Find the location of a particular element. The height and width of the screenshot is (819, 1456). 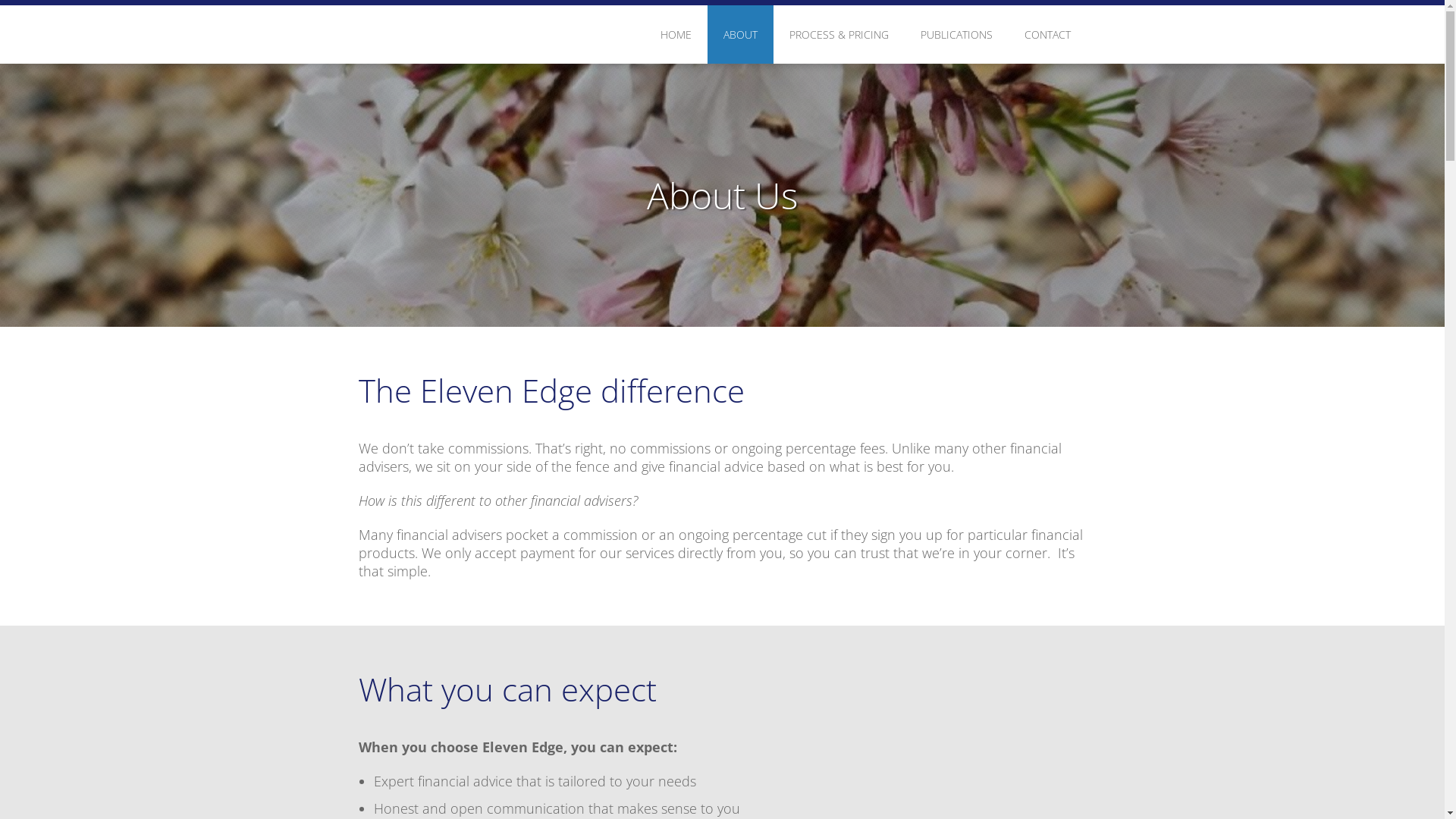

'CONTACT' is located at coordinates (1046, 34).